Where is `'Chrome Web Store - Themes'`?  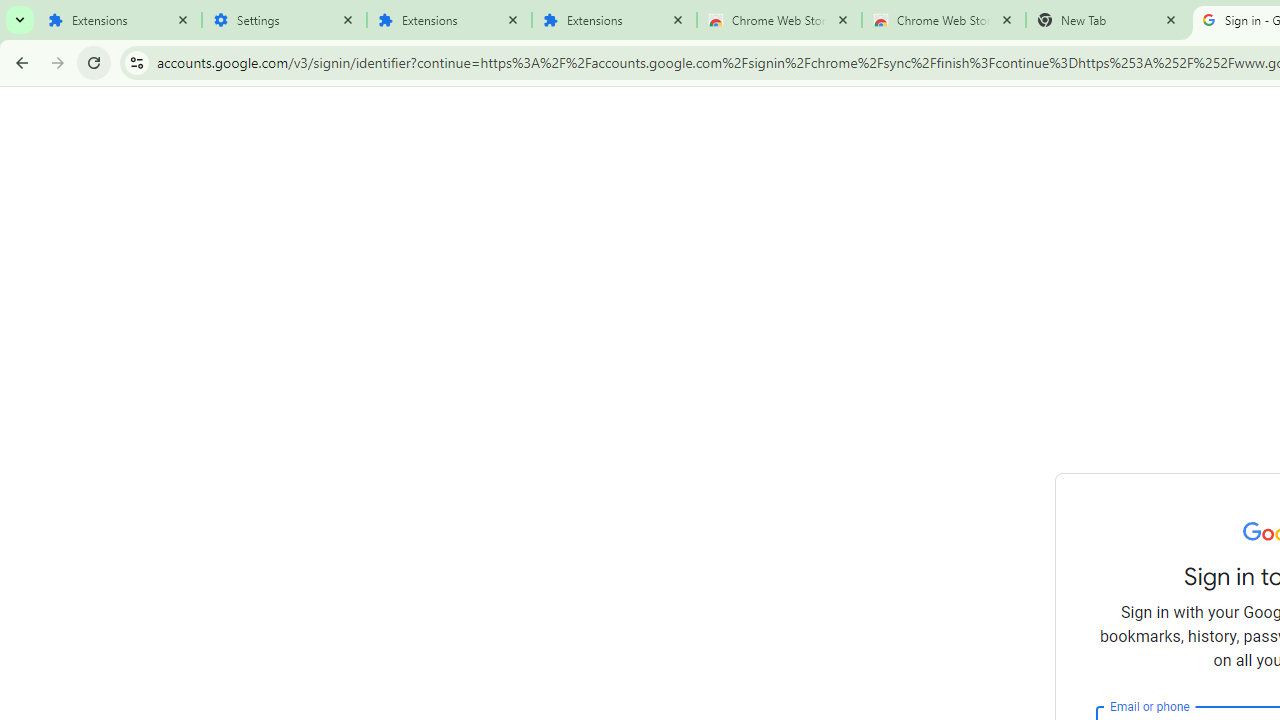 'Chrome Web Store - Themes' is located at coordinates (943, 20).